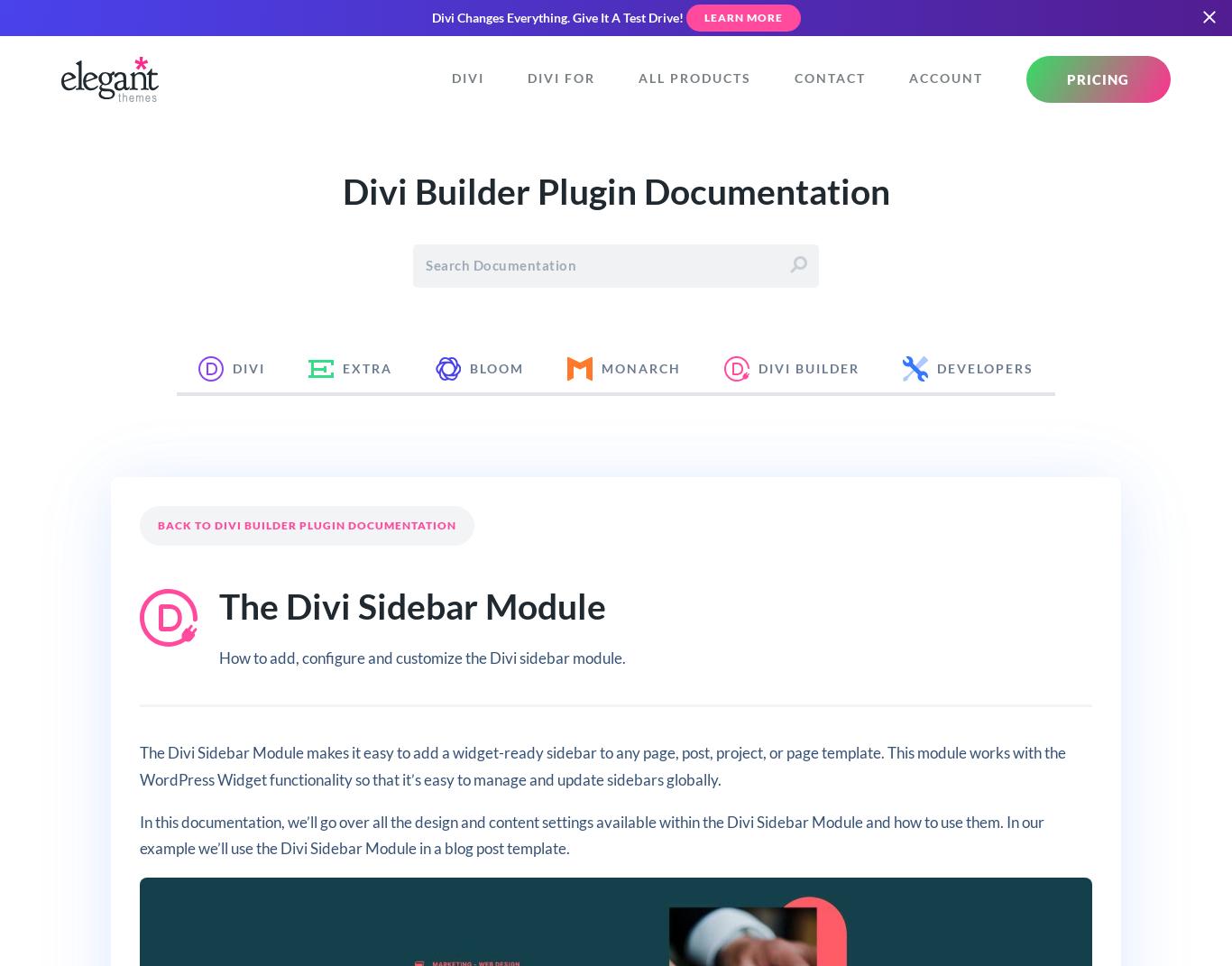 The height and width of the screenshot is (966, 1232). What do you see at coordinates (589, 374) in the screenshot?
I see `'Bring your client's ideas to life quickly and efficiently. Build any type of website with Divi.'` at bounding box center [589, 374].